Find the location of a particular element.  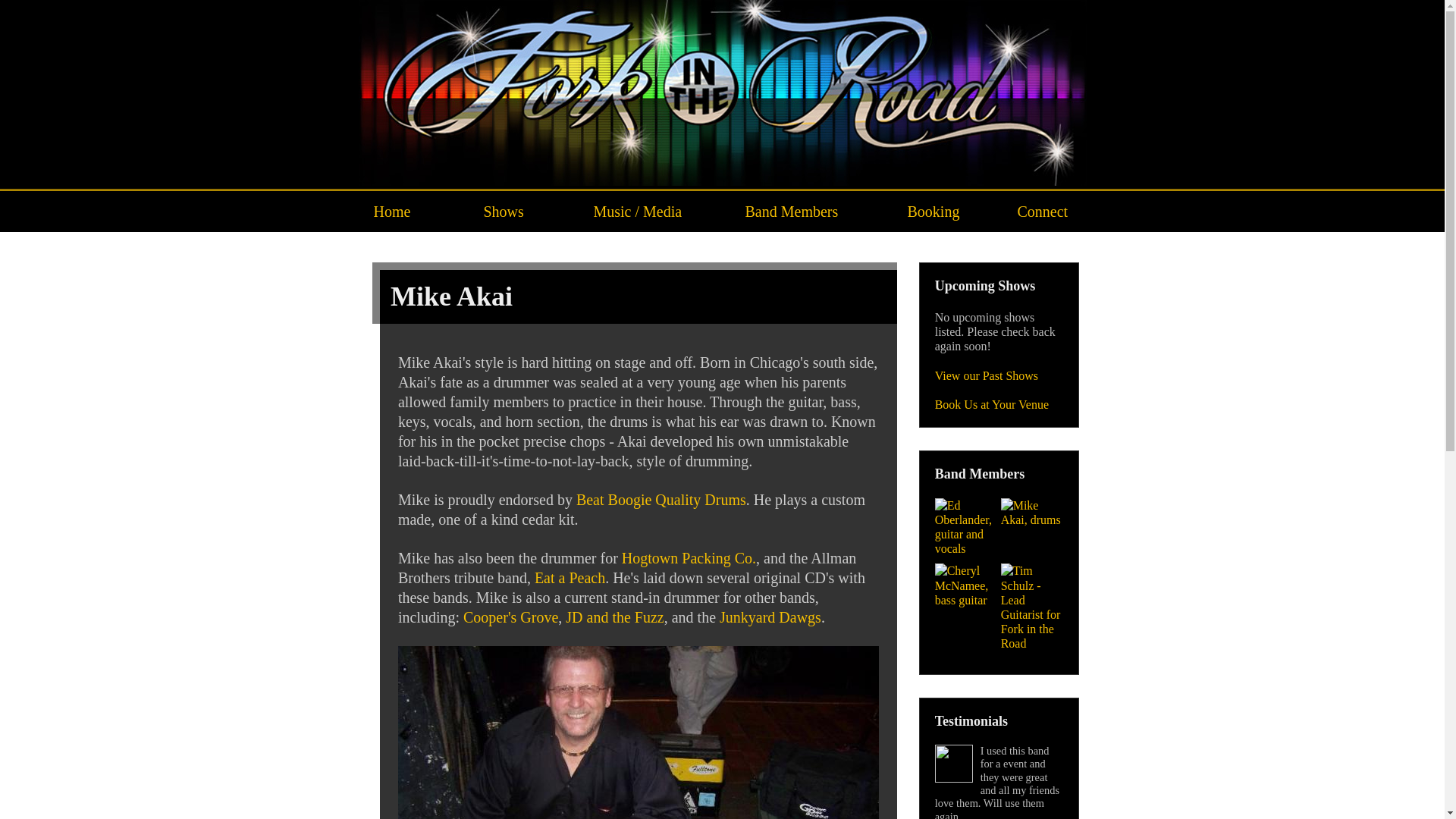

'Cooper's Grove' is located at coordinates (510, 617).